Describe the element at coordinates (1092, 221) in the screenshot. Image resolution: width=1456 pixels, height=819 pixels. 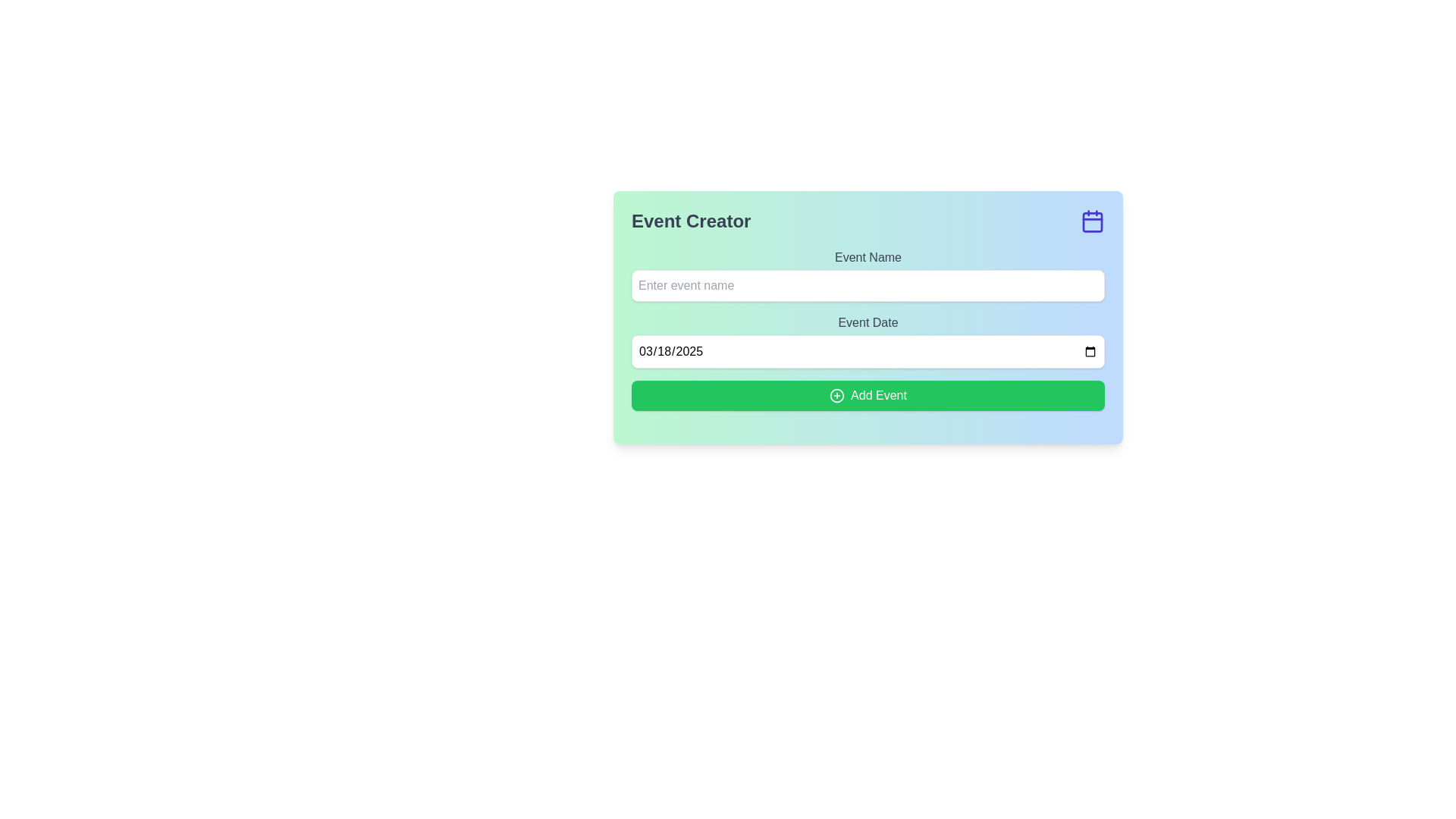
I see `the calendar-related icon located in the top-right corner of the 'Event Creator' section, aligned horizontally with the header text` at that location.